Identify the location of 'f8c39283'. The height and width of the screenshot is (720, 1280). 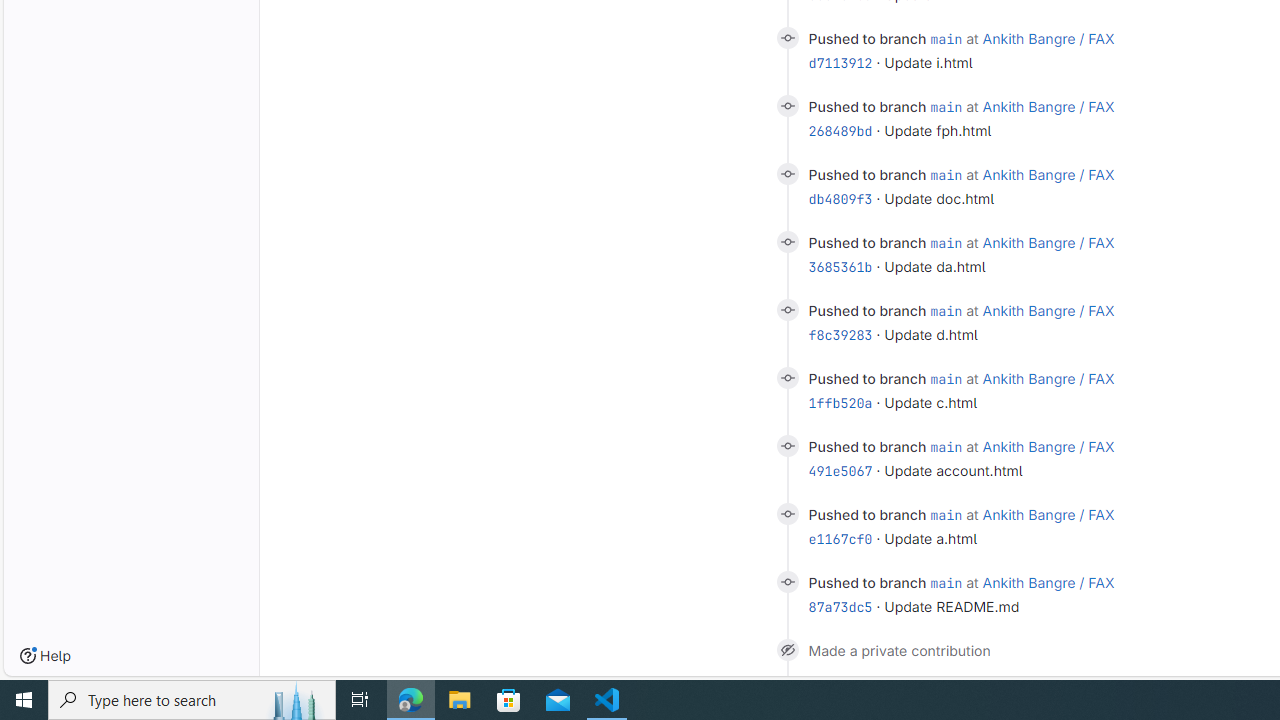
(840, 334).